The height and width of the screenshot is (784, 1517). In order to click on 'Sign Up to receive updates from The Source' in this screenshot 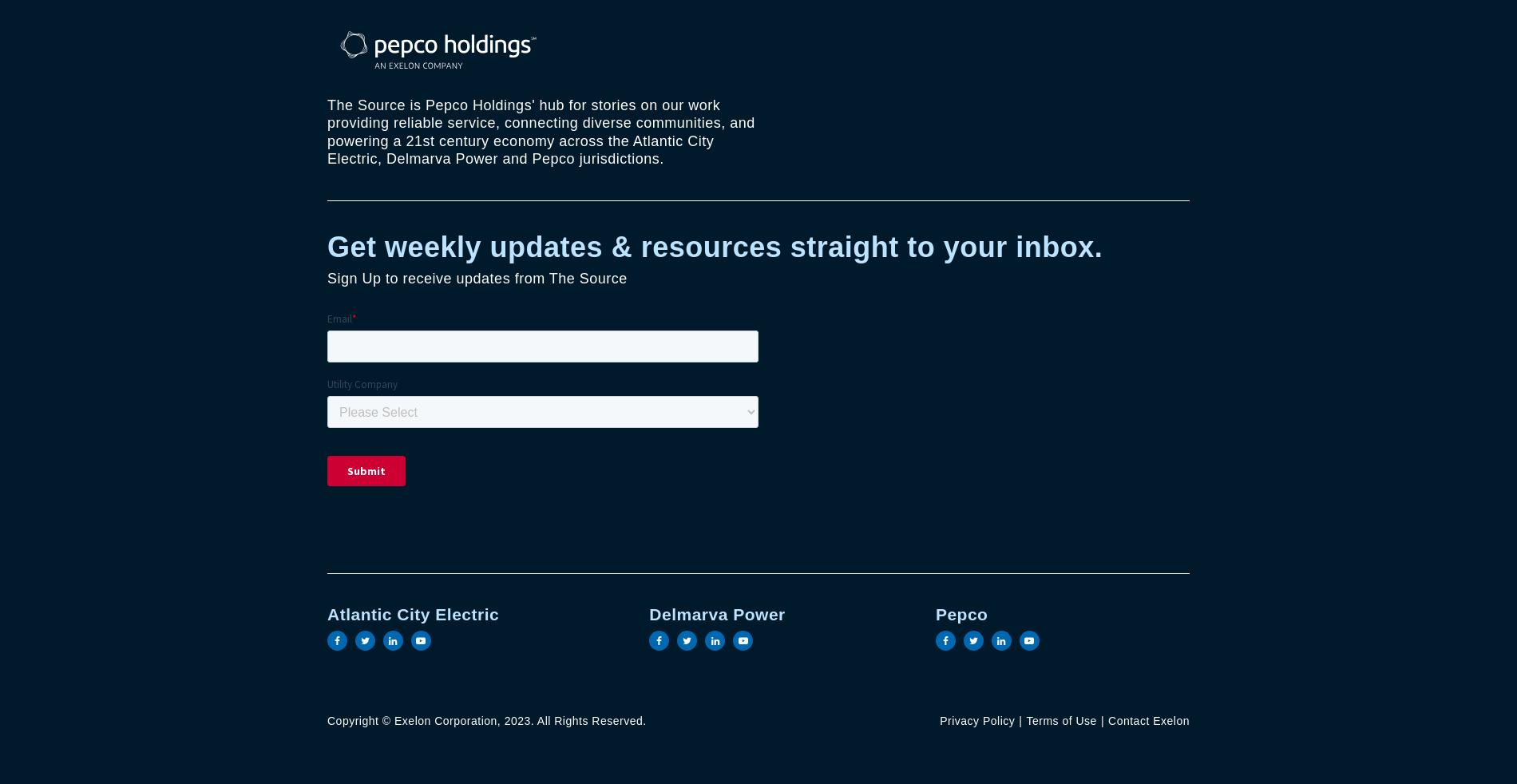, I will do `click(477, 278)`.